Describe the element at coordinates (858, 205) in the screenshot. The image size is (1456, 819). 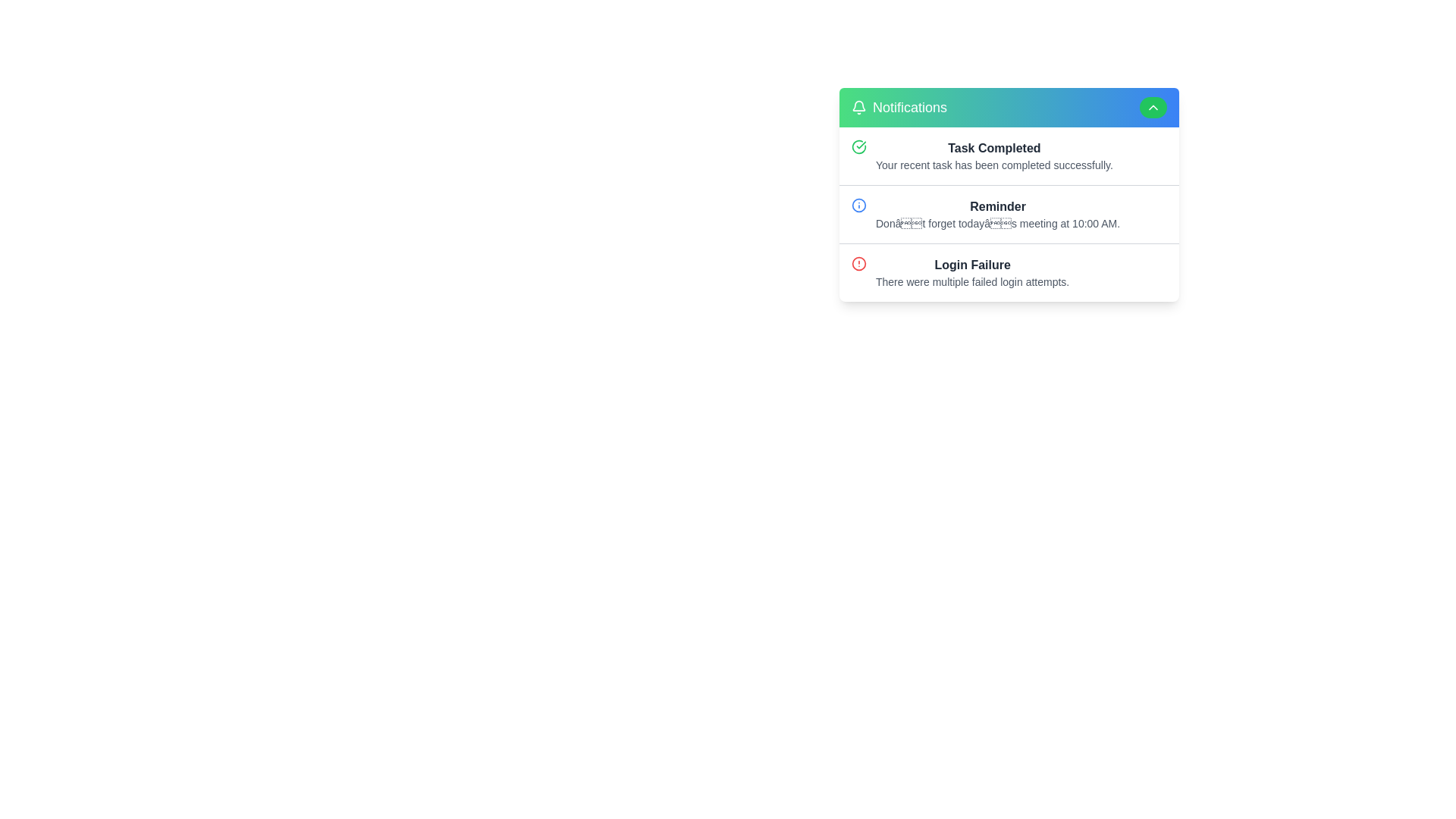
I see `SVG Circle element that contributes to the 'information' icon, located to the left of the 'Reminder' notification text in the notification list` at that location.